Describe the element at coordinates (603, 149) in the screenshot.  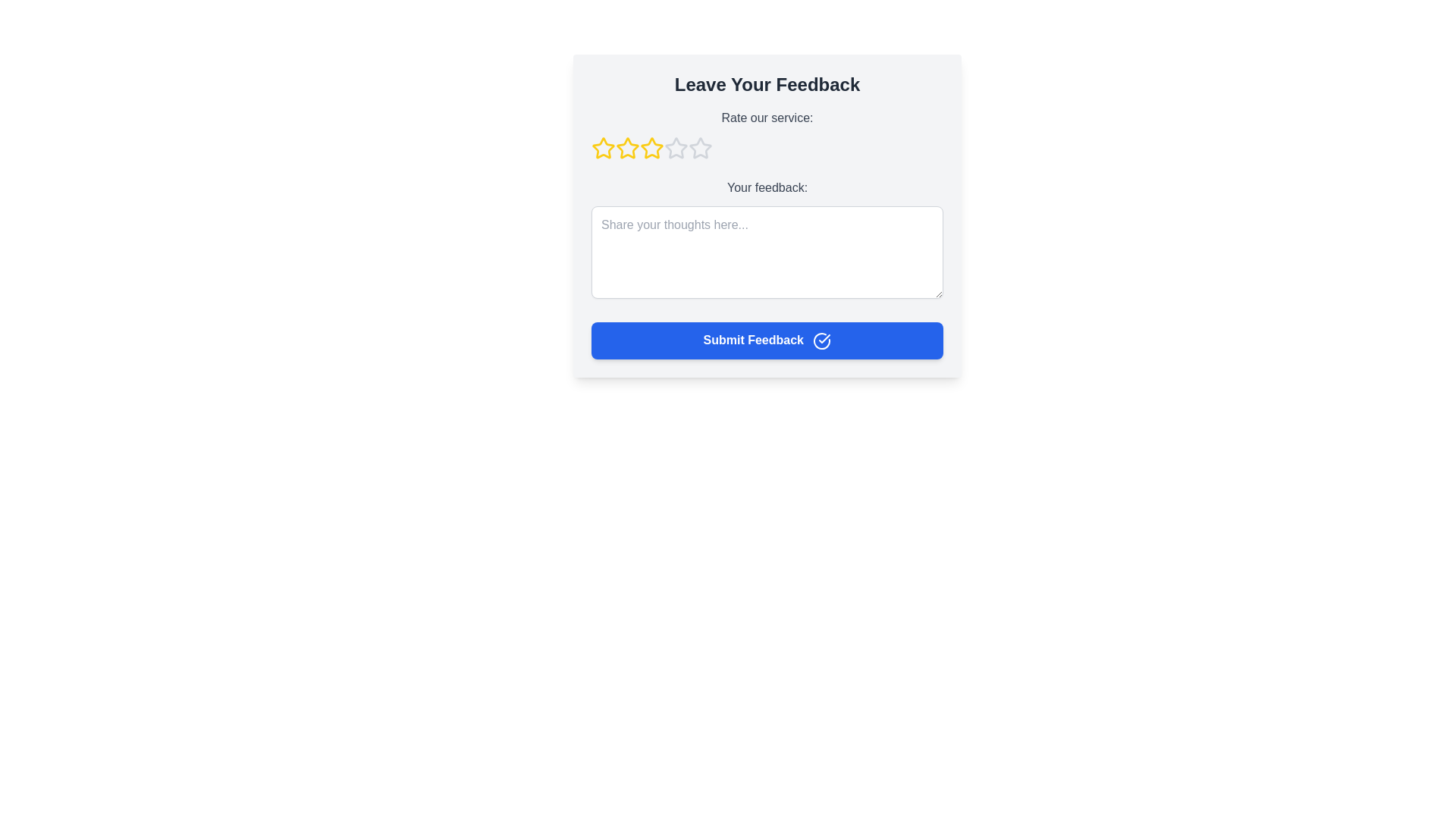
I see `the first yellow star icon in the feedback interface` at that location.